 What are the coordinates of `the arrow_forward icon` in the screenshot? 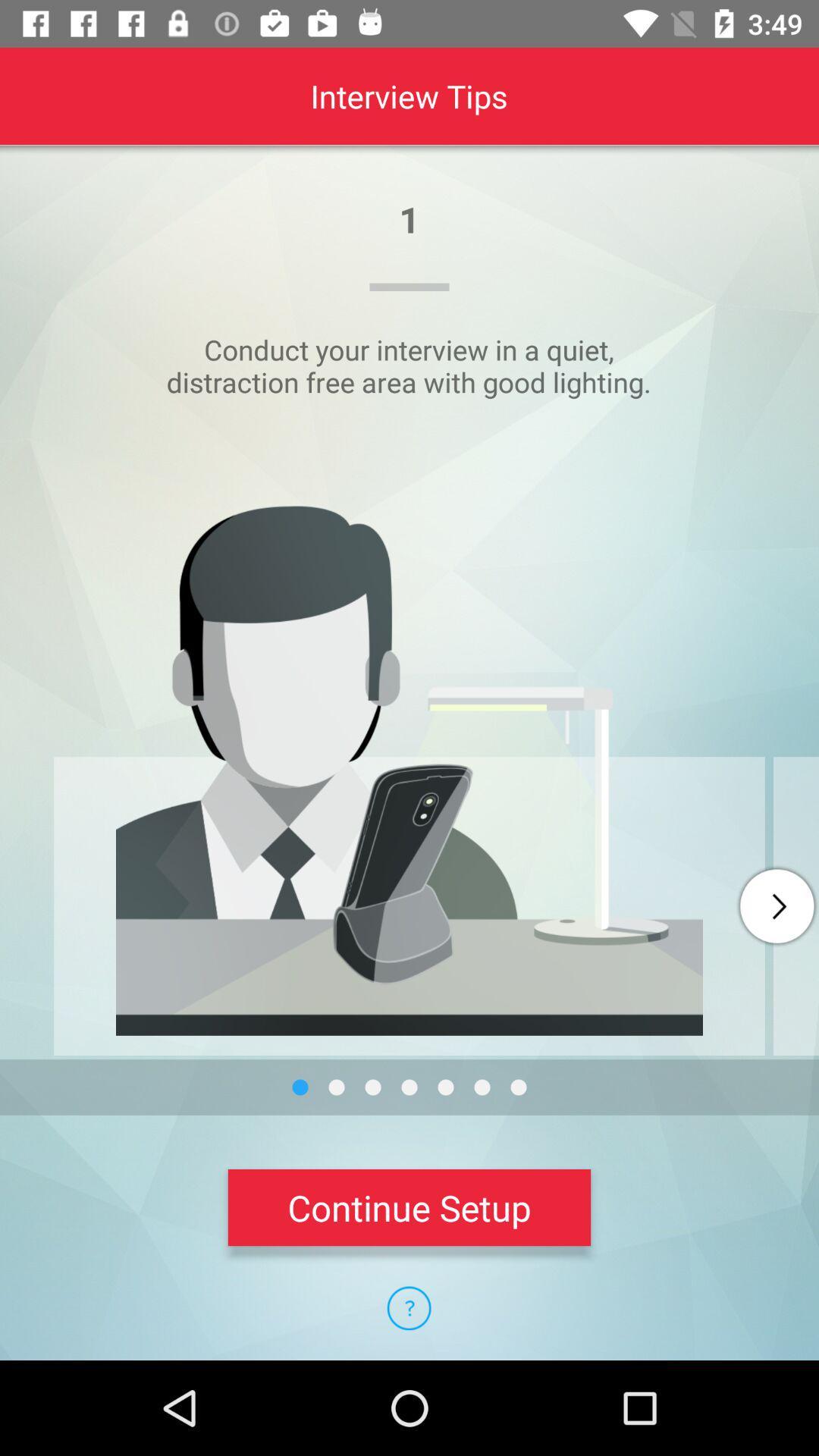 It's located at (777, 906).